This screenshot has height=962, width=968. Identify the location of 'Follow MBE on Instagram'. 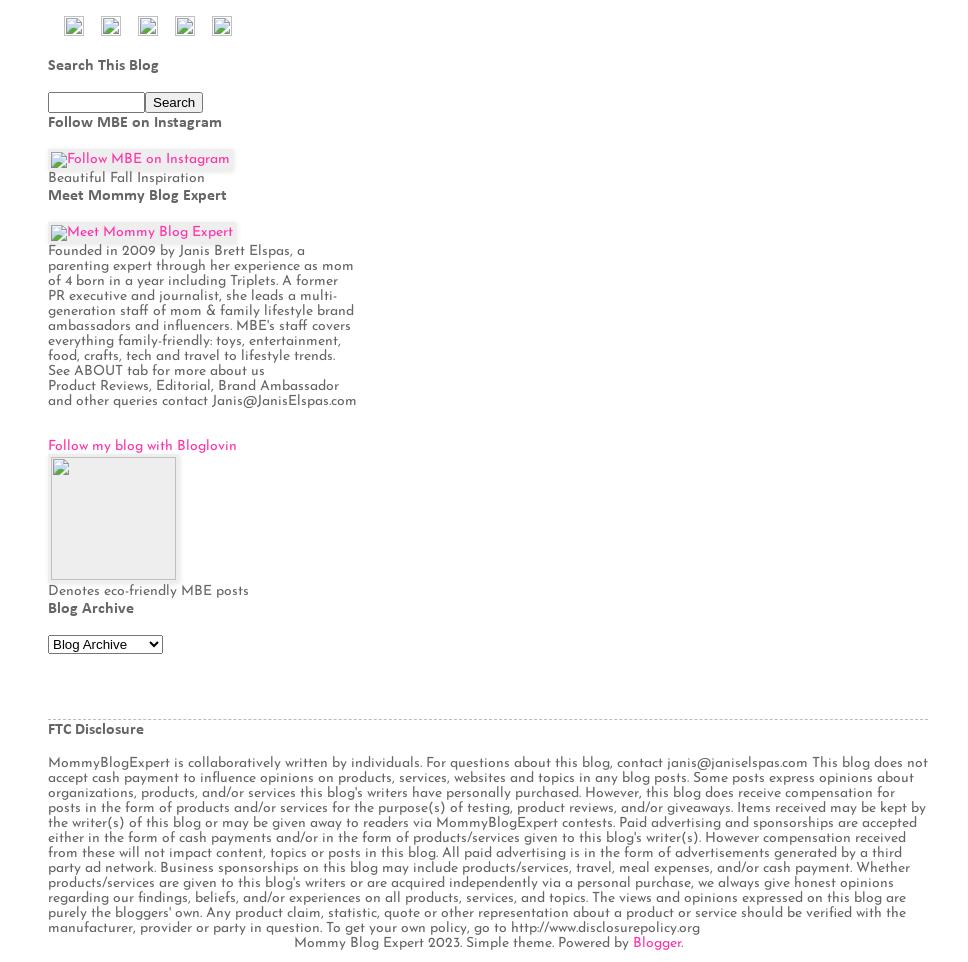
(47, 120).